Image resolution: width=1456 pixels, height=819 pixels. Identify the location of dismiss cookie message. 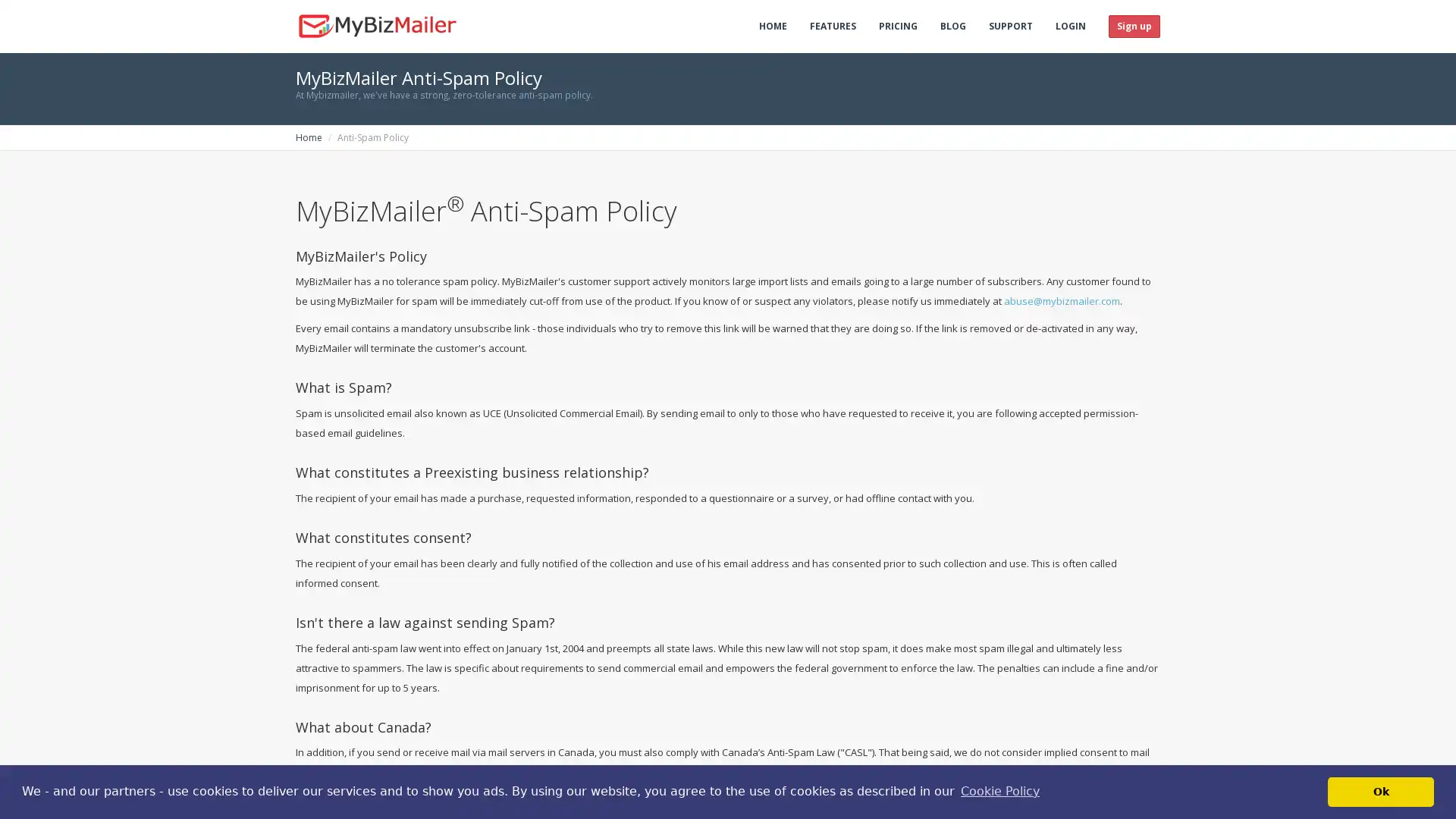
(1380, 791).